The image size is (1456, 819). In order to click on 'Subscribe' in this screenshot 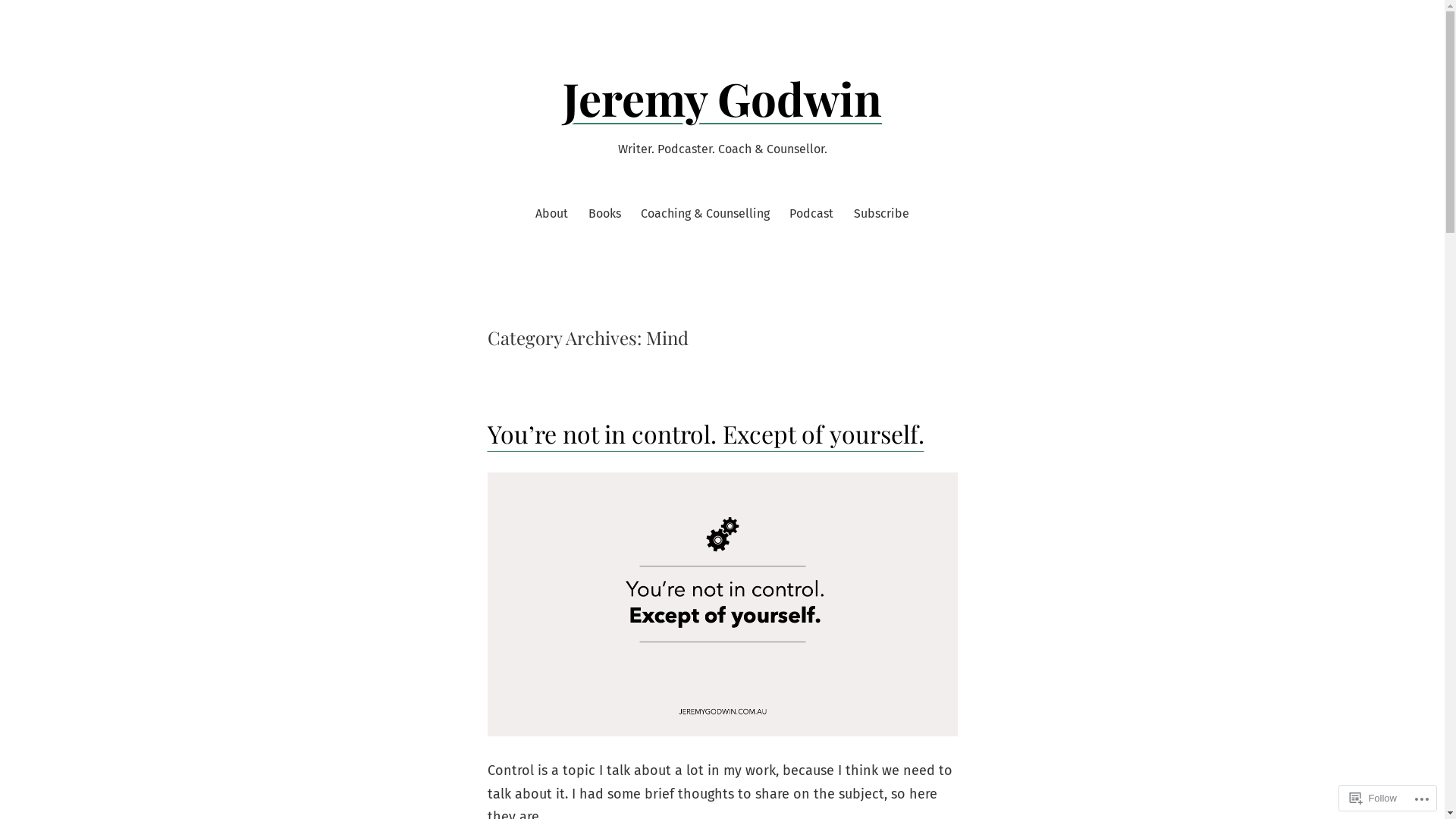, I will do `click(854, 213)`.